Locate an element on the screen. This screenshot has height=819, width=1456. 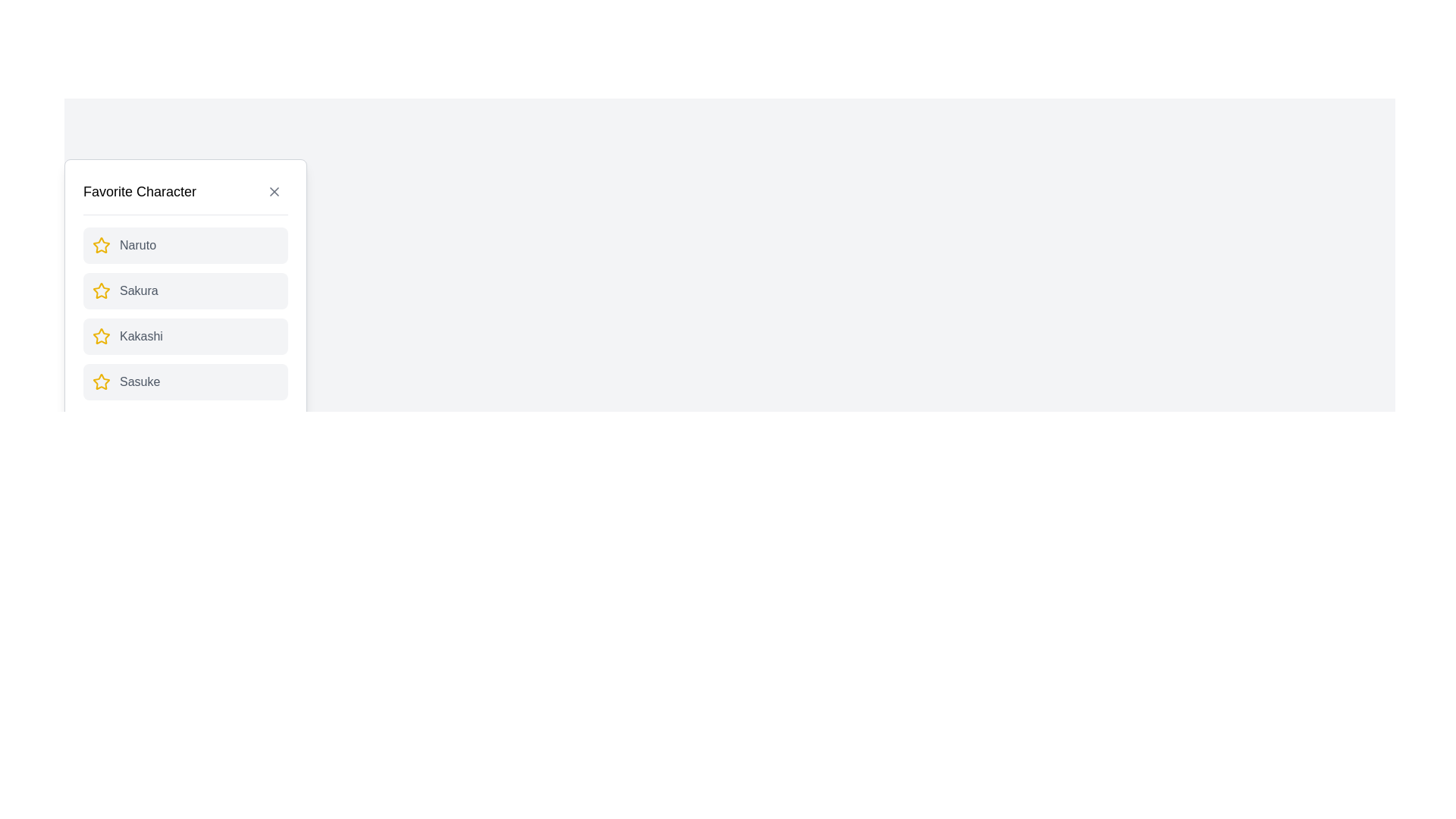
the second item labeled 'Sakura' in the list of selectable items within the 'Favorite Character' modal is located at coordinates (184, 312).